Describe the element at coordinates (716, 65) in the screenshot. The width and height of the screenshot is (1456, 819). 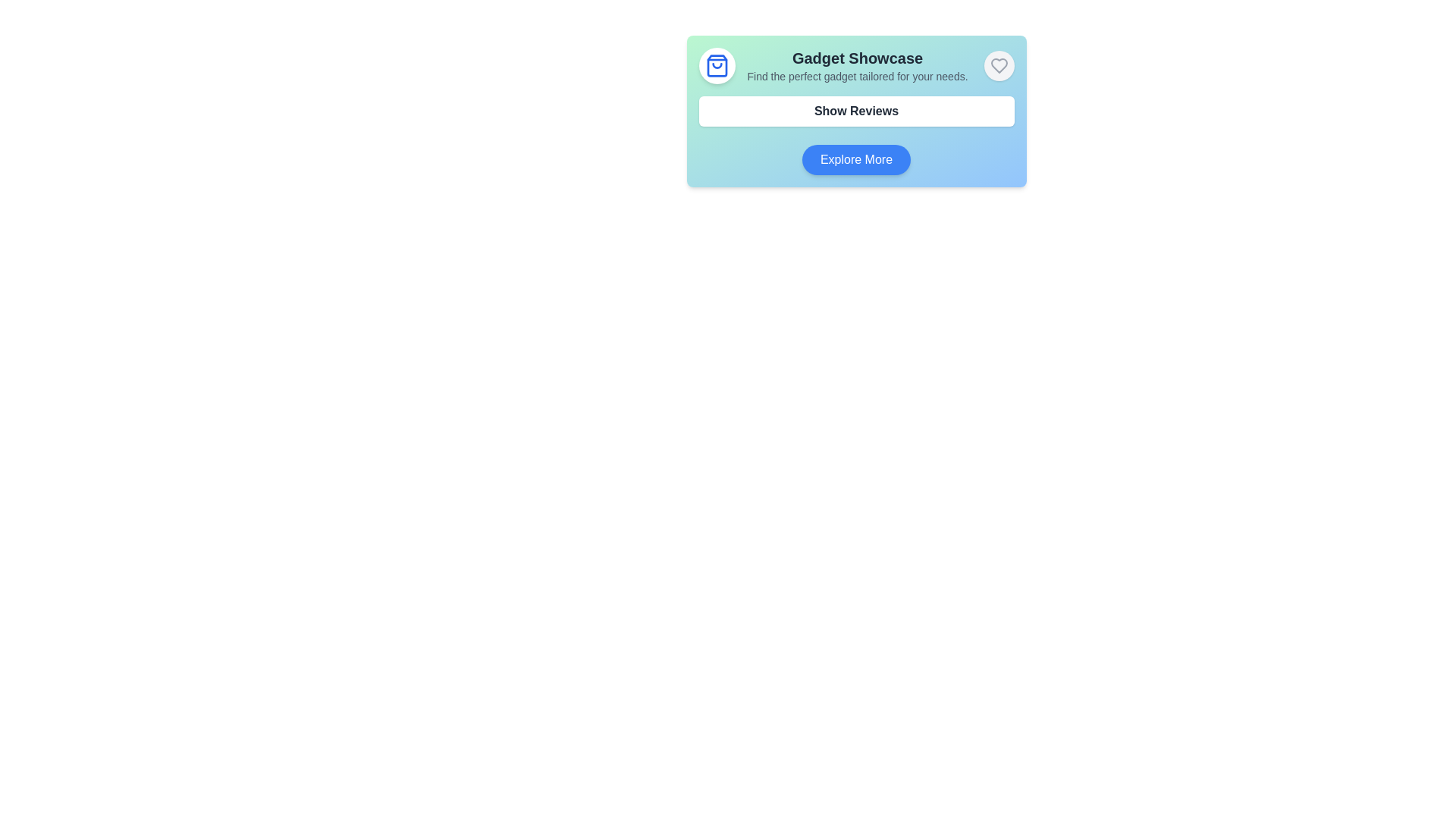
I see `the blue shopping bag icon on a white circular background, located at the top-left corner of the card next to 'Gadget Showcase'` at that location.